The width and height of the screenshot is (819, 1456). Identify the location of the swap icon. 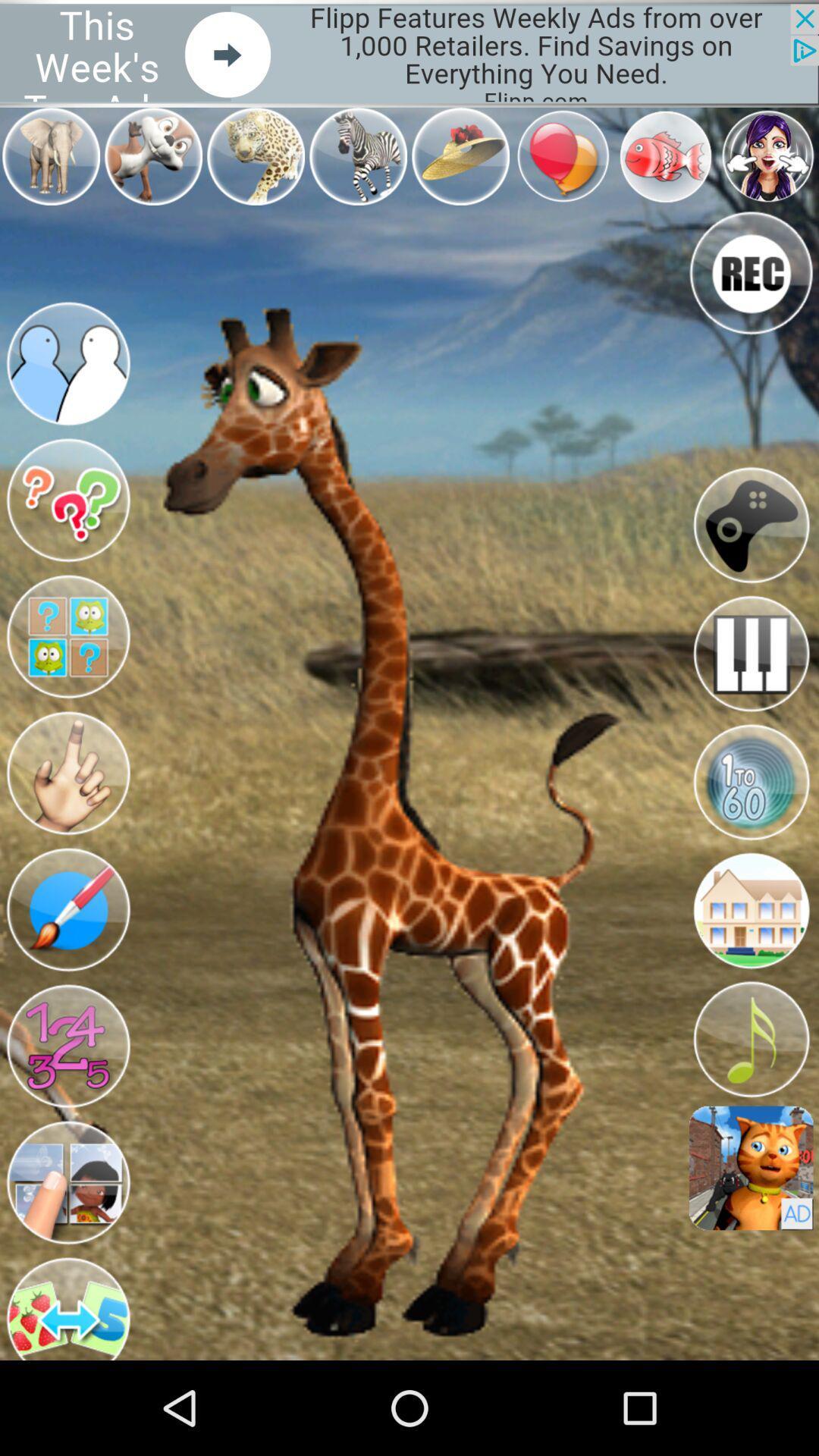
(67, 1397).